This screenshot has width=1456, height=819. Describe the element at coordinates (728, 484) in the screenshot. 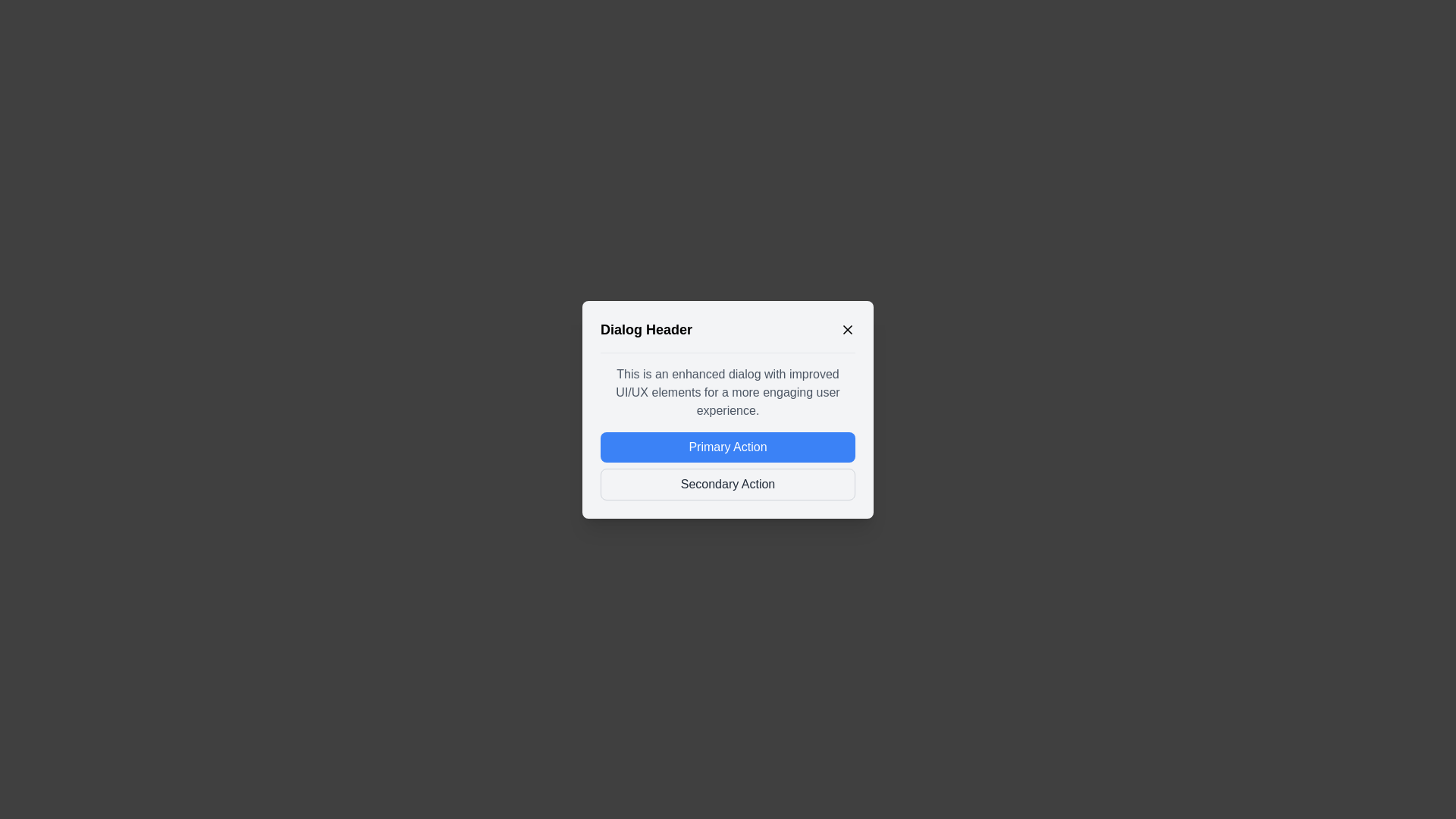

I see `the 'Secondary Action' button to perform its associated action` at that location.